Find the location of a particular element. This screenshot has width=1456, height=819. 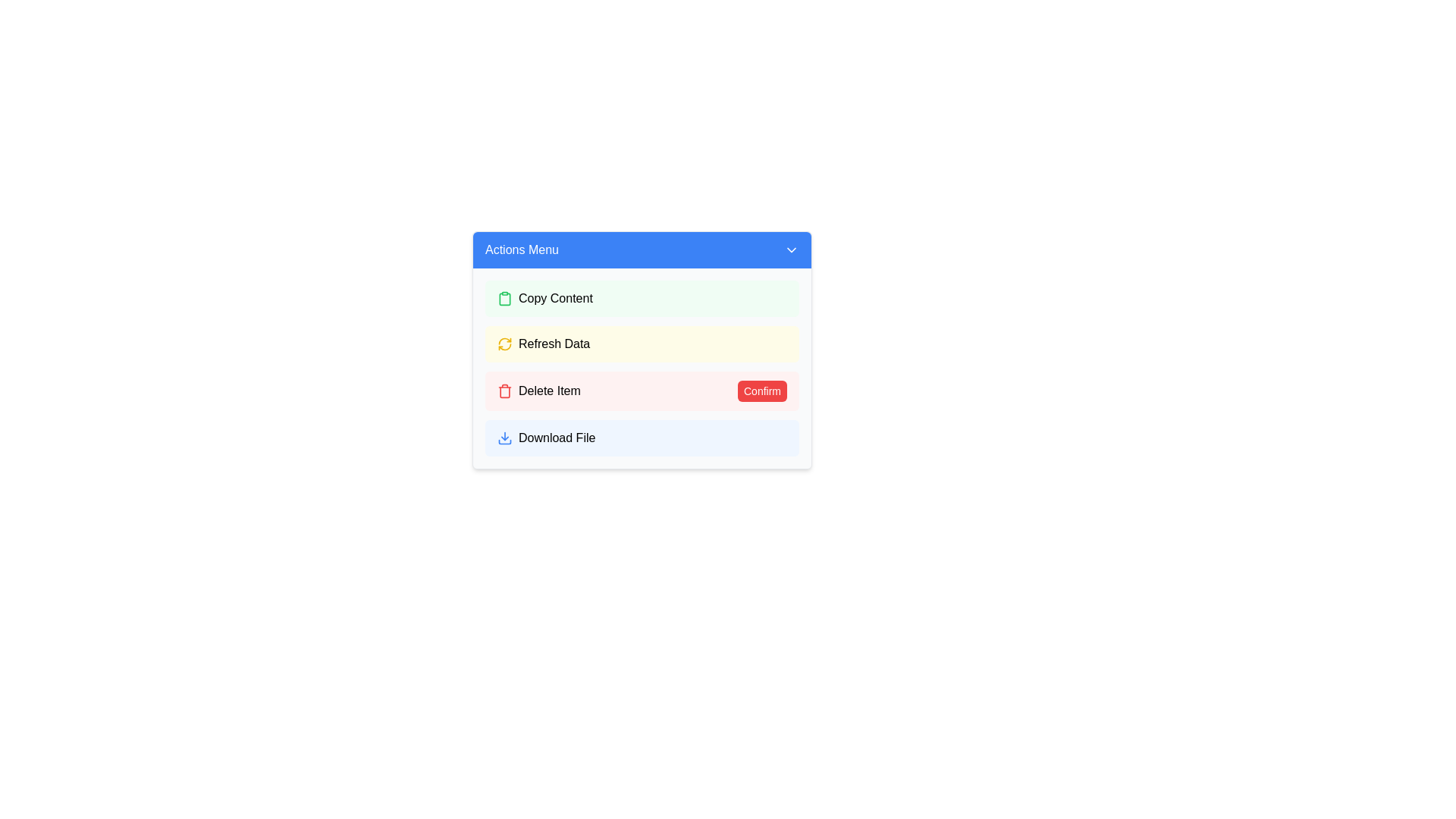

the refresh button located below the 'Copy Content' button and above the 'Delete Item' button in the vertical menu is located at coordinates (642, 344).